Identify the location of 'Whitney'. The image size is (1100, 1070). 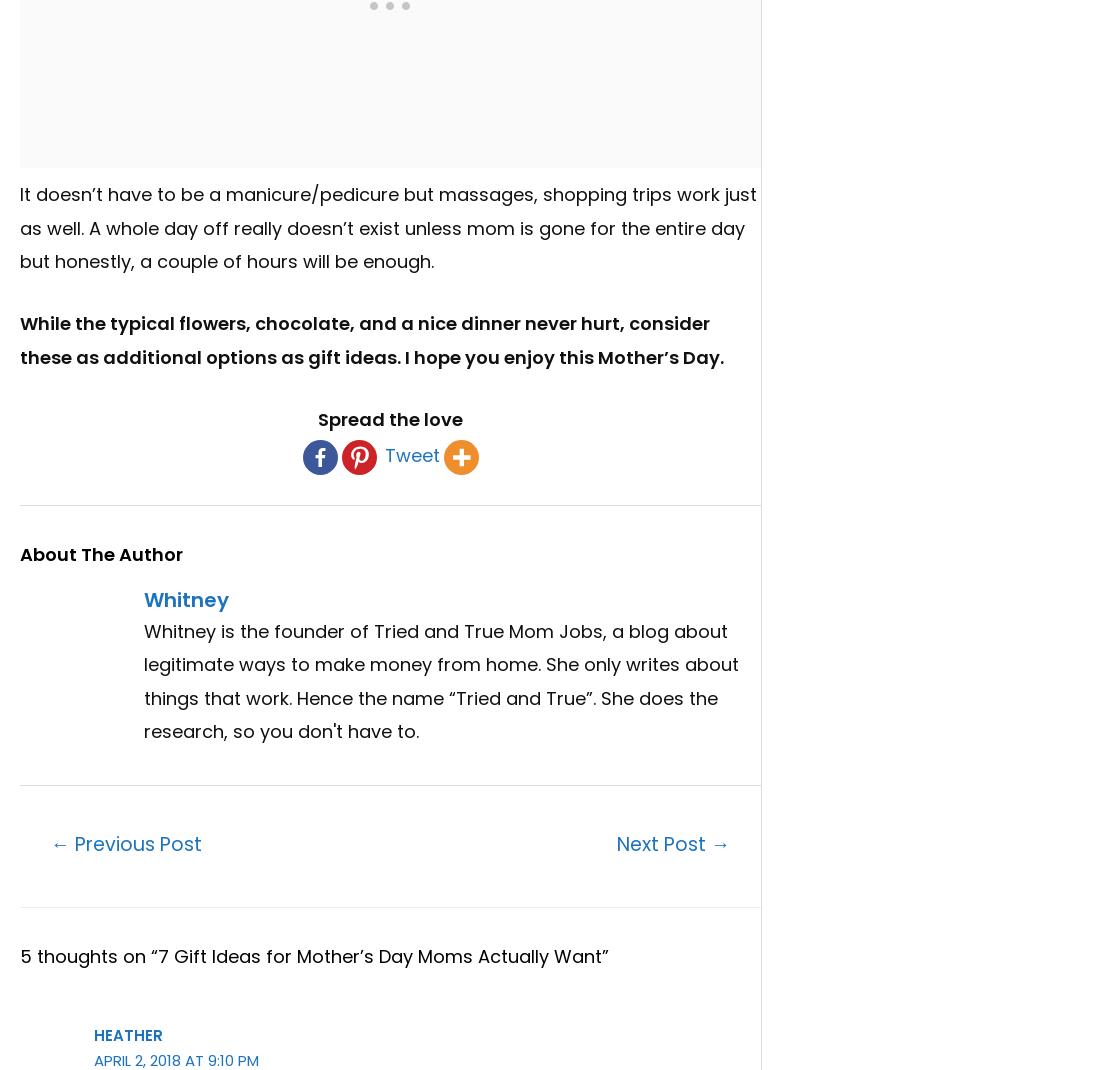
(184, 598).